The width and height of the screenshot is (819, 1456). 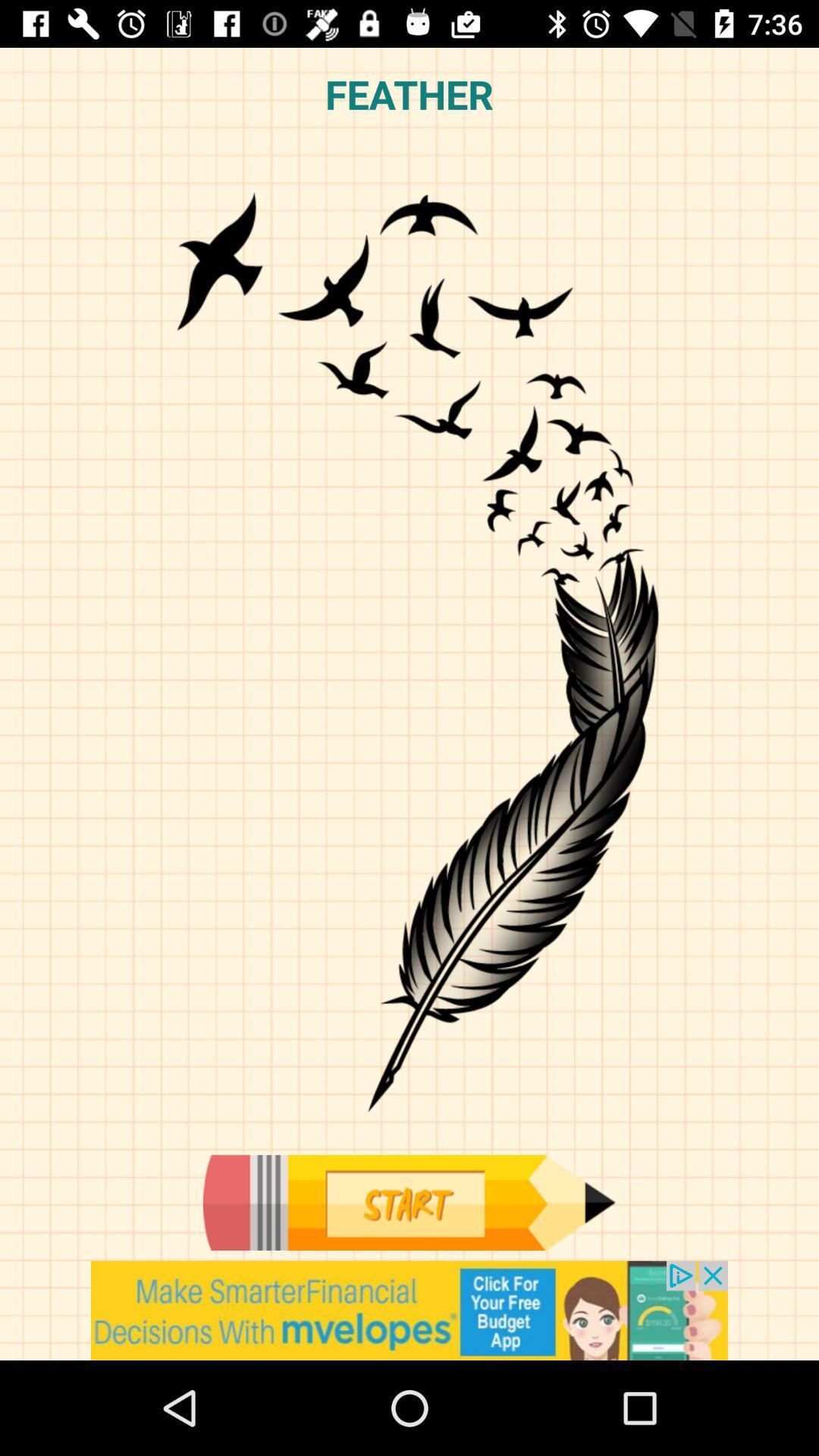 What do you see at coordinates (409, 1310) in the screenshot?
I see `open advertisement` at bounding box center [409, 1310].